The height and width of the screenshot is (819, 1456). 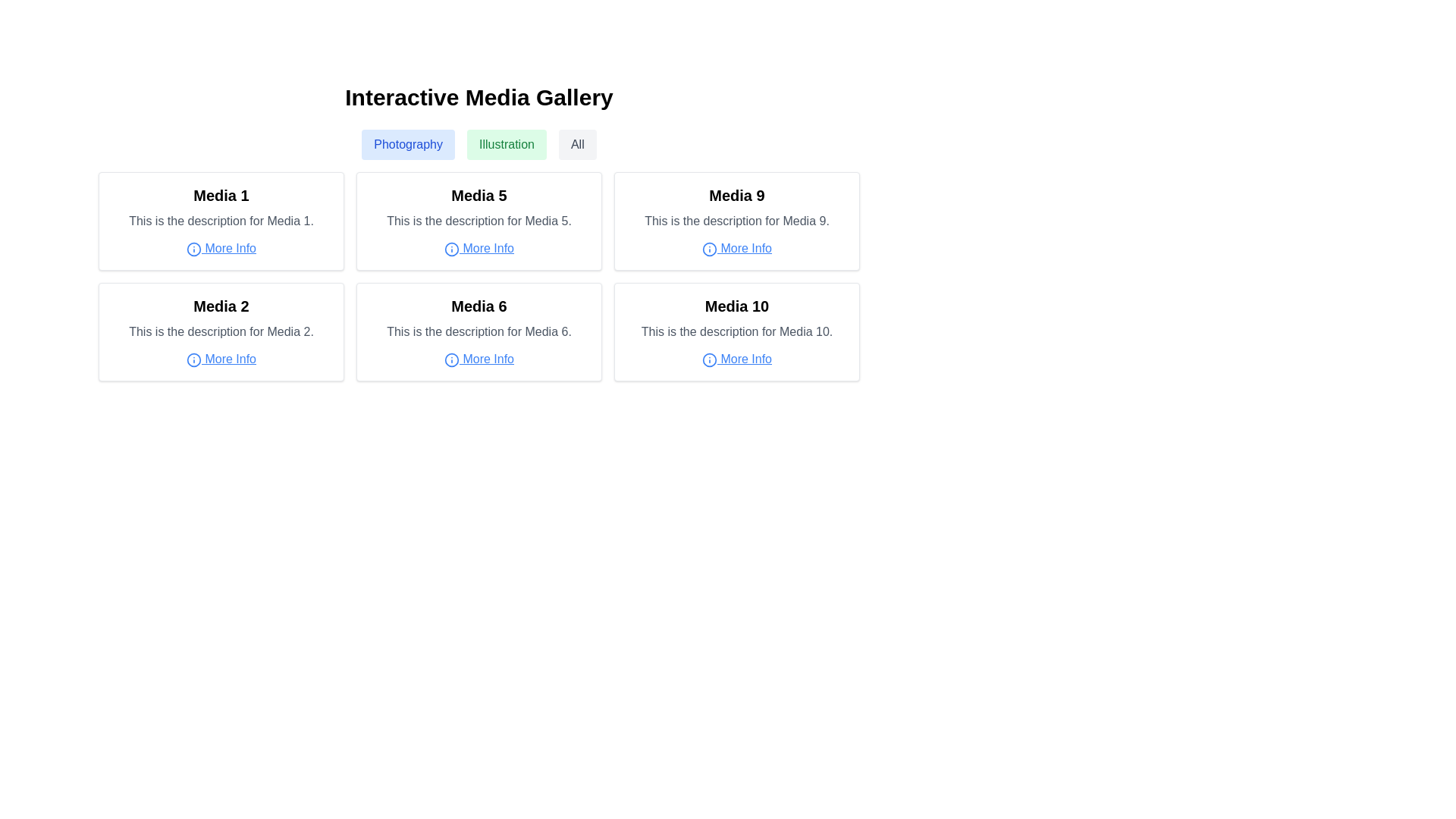 What do you see at coordinates (736, 247) in the screenshot?
I see `the 'More Info' hyperlink styled text with an associated icon located in the third column of the first row of the media grid layout` at bounding box center [736, 247].